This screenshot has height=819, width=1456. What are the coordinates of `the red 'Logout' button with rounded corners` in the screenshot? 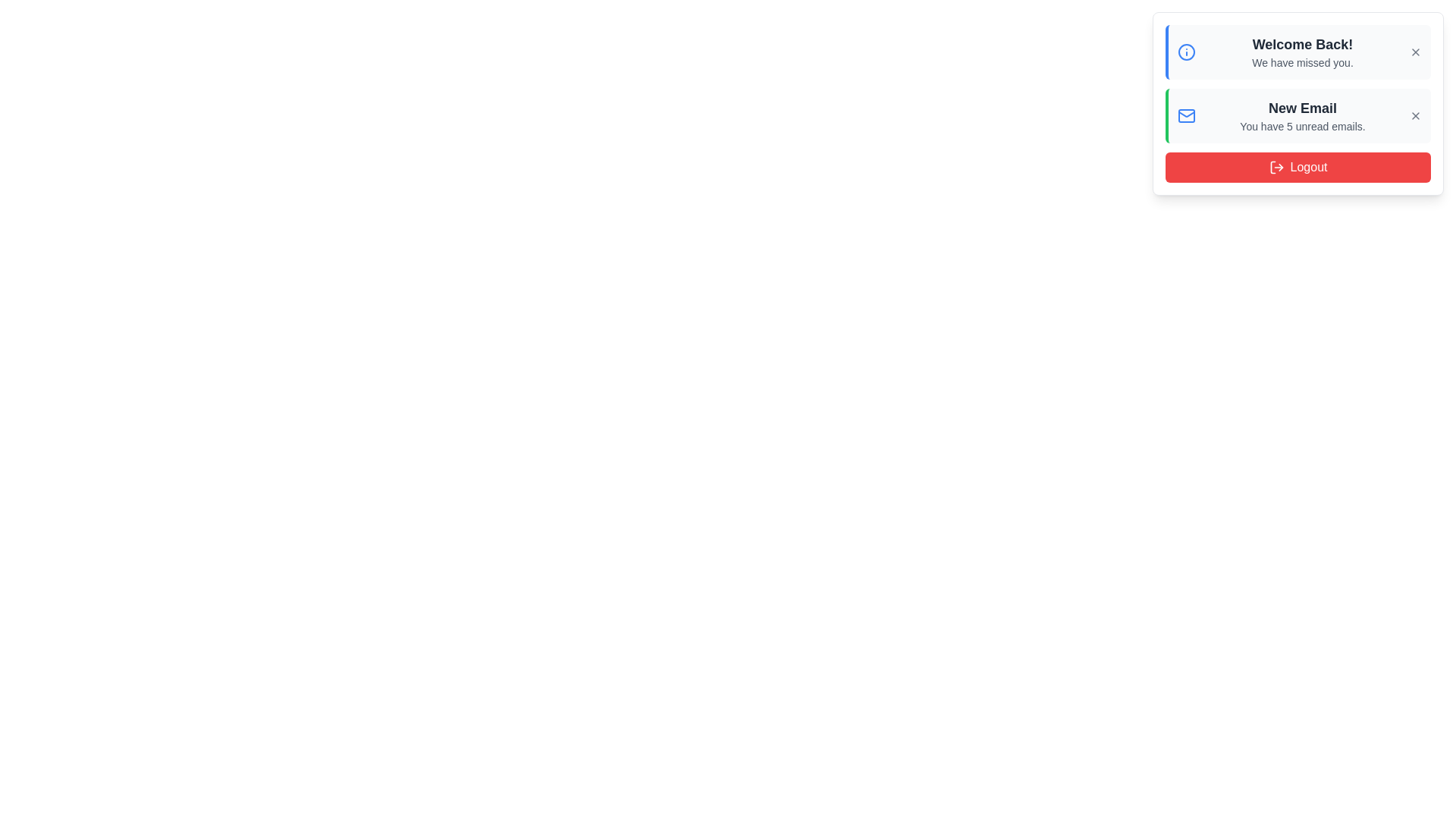 It's located at (1298, 167).